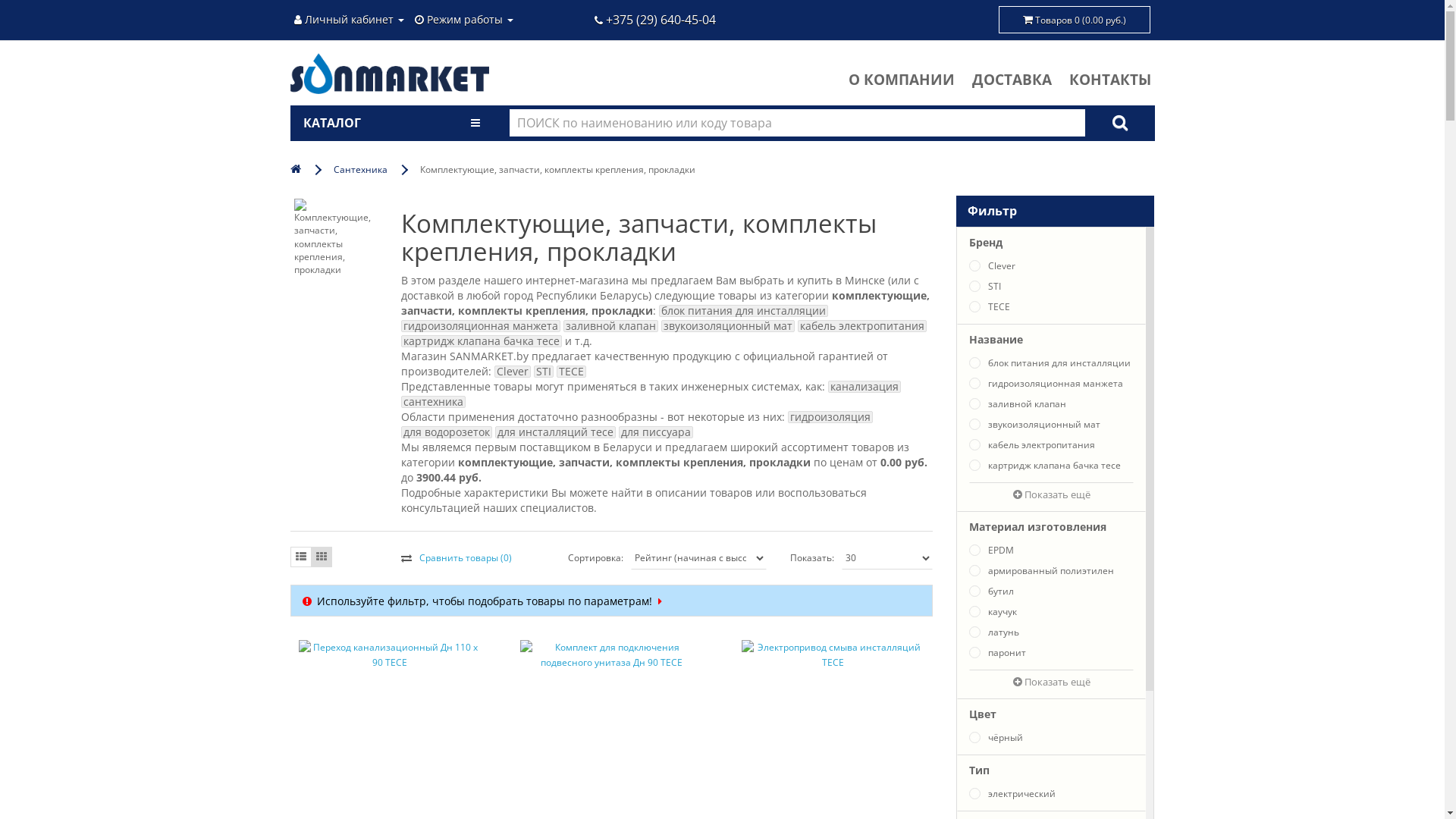  I want to click on 'SANMARKET.BY', so click(389, 73).